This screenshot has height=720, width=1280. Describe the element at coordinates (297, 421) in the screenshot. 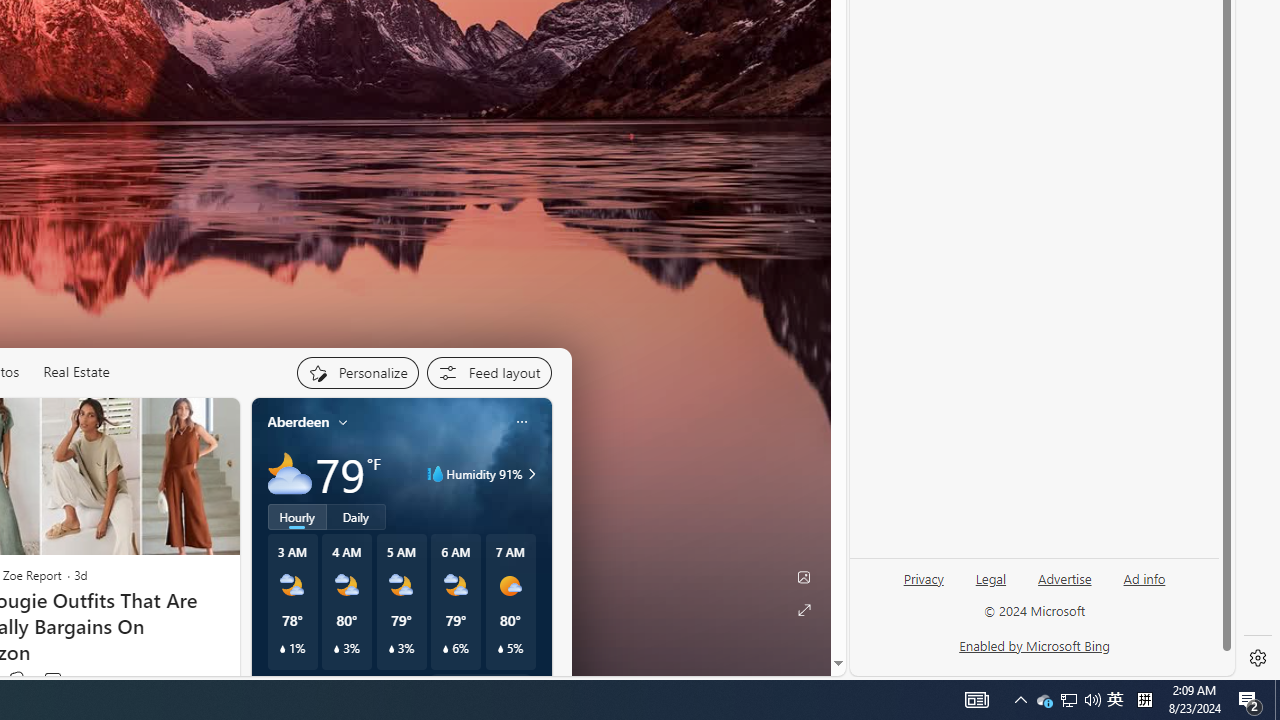

I see `'Aberdeen'` at that location.